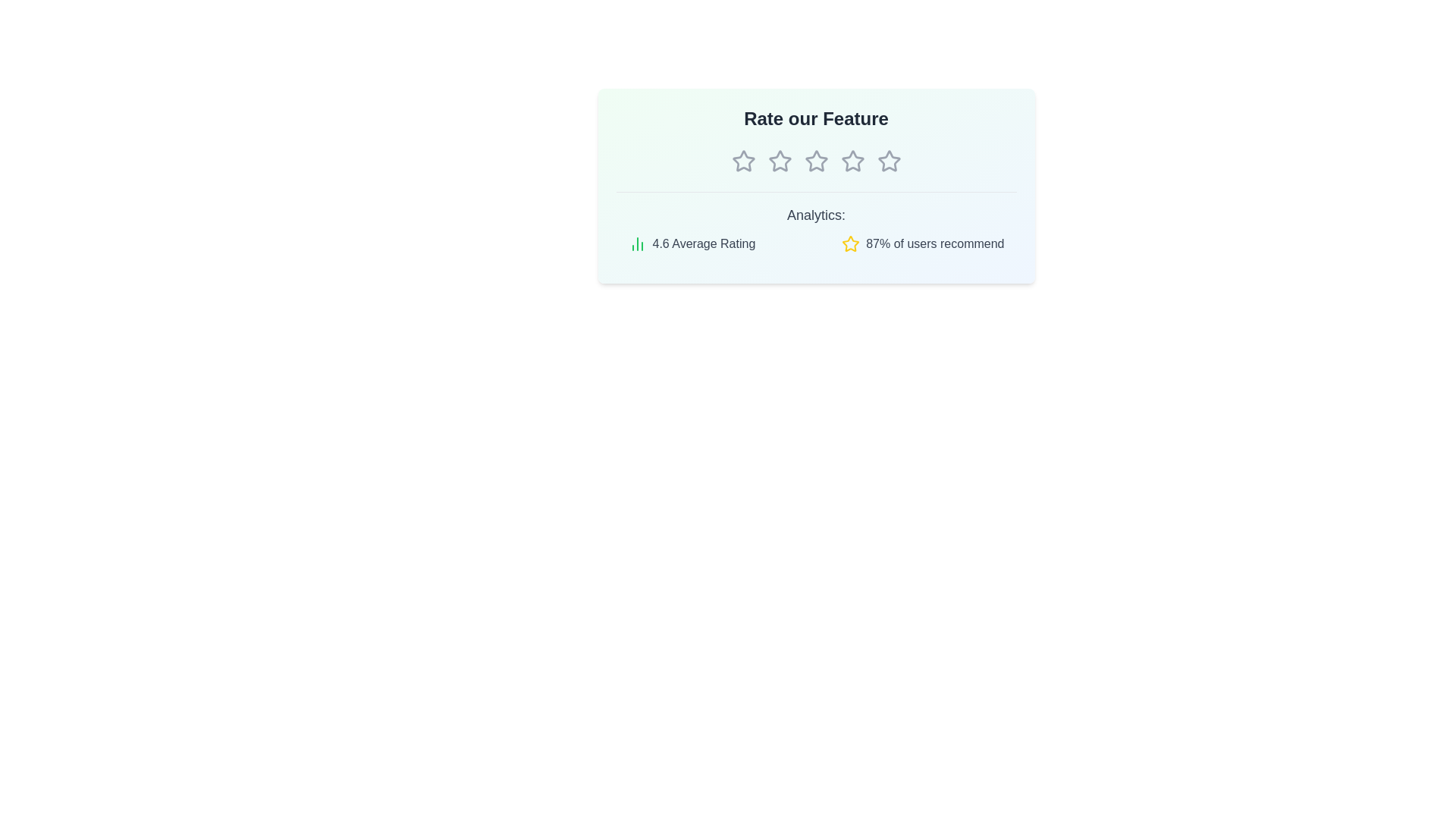 This screenshot has width=1456, height=819. I want to click on the star corresponding to 5 stars to preview the rating, so click(889, 161).